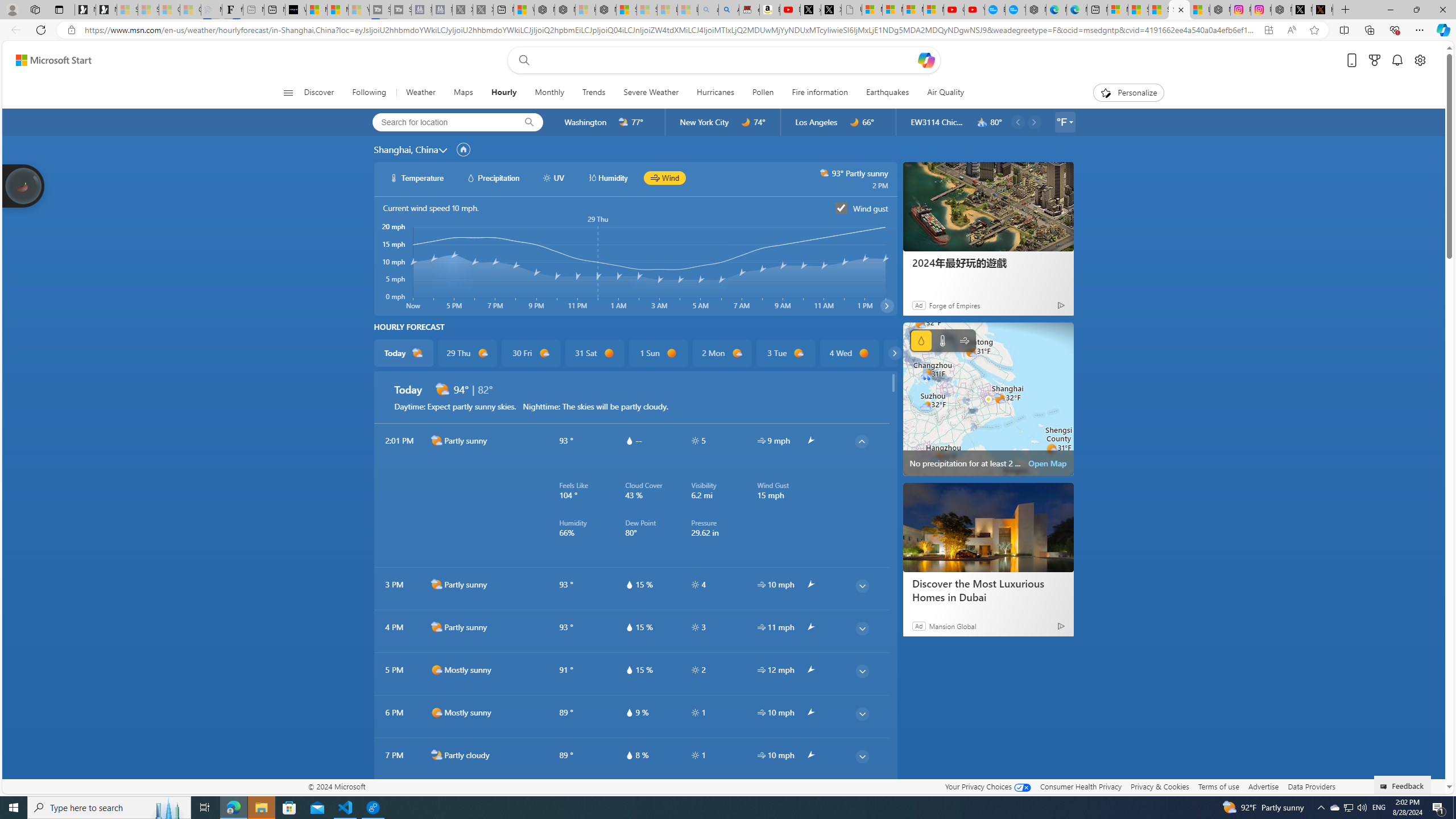 The image size is (1456, 819). What do you see at coordinates (760, 754) in the screenshot?
I see `'hourlyTable/wind'` at bounding box center [760, 754].